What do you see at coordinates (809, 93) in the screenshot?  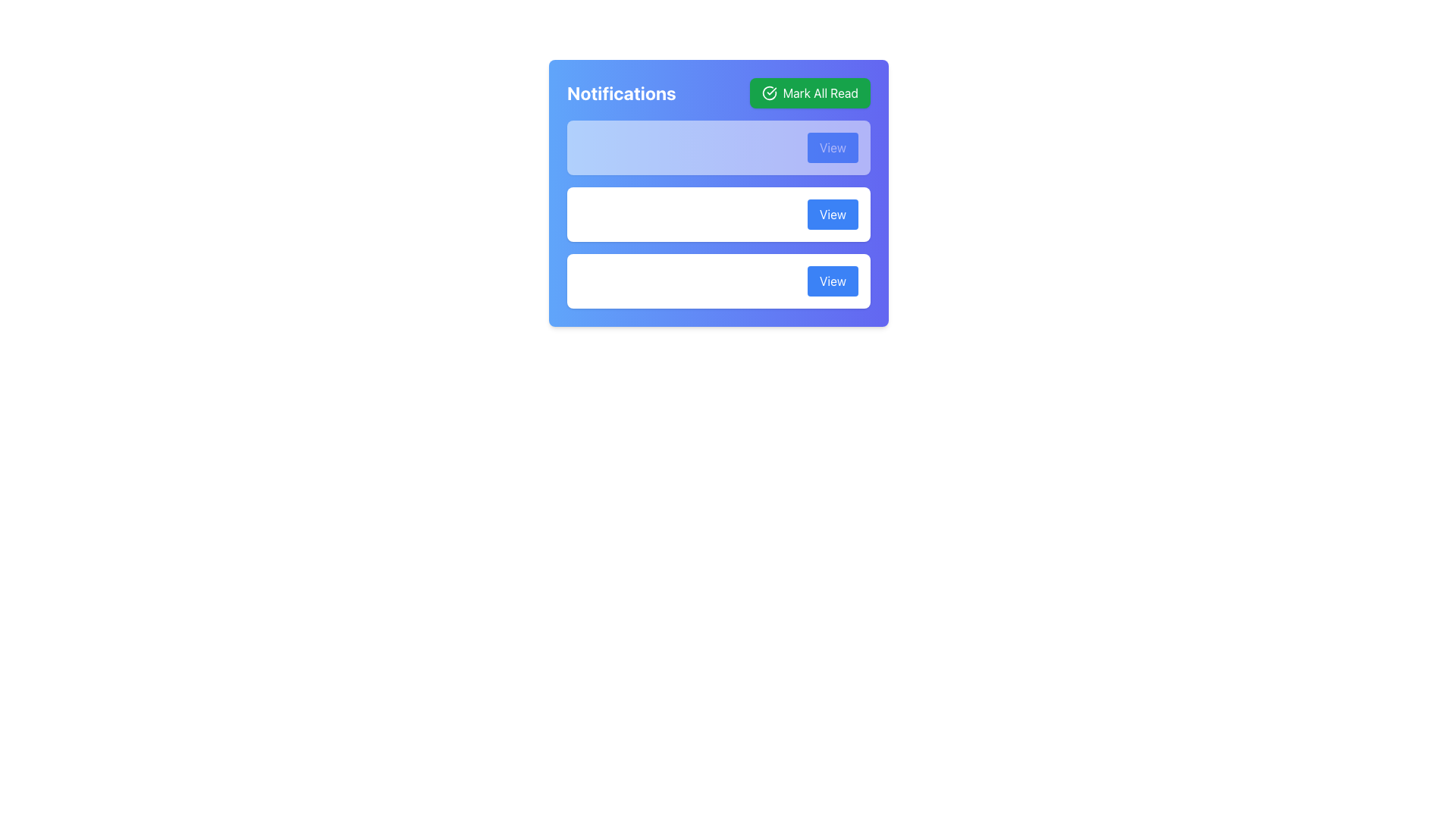 I see `the green 'Mark All Read' button with rounded corners and a check mark icon` at bounding box center [809, 93].